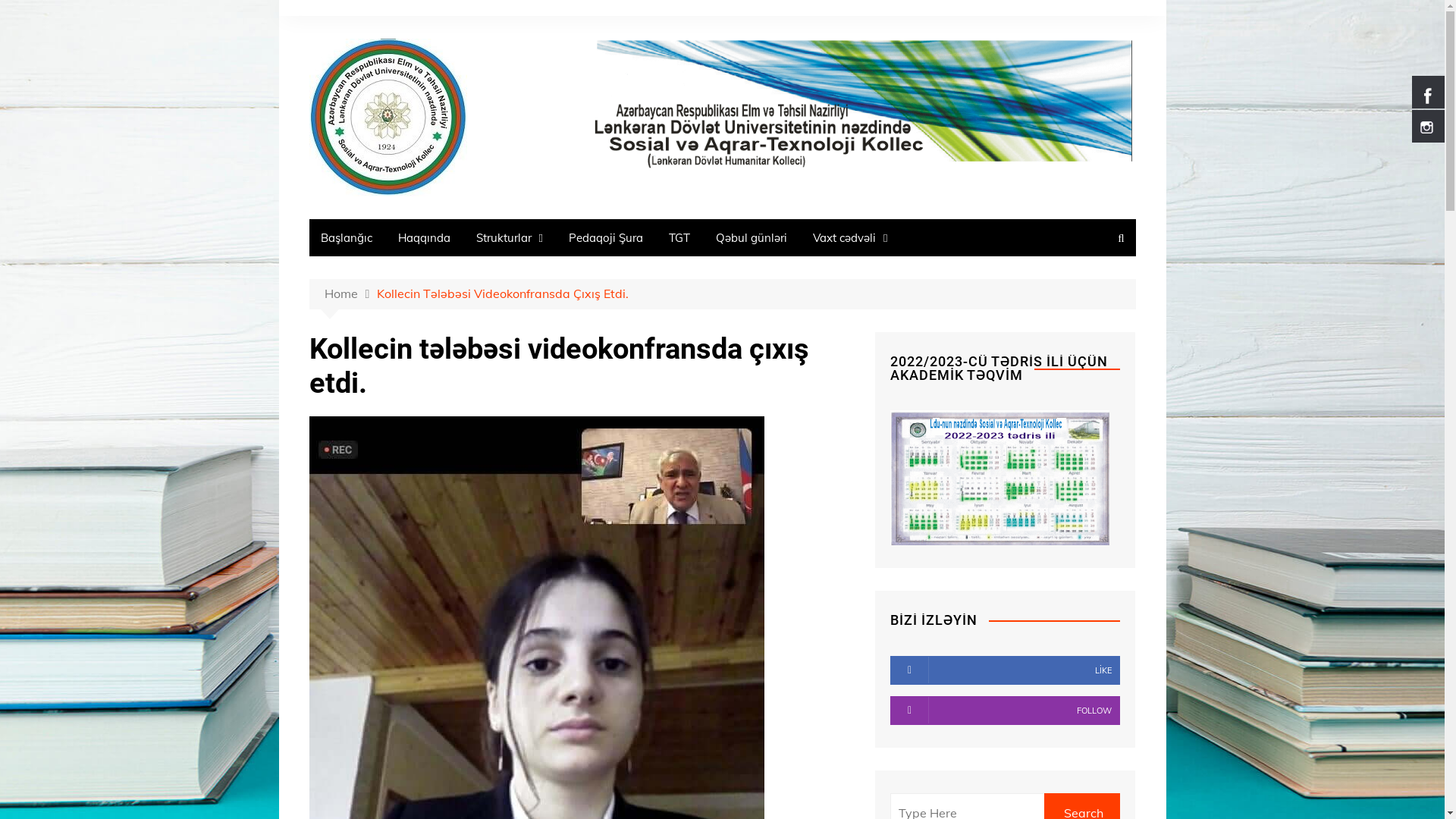 The image size is (1456, 819). Describe the element at coordinates (1005, 711) in the screenshot. I see `'FOLLOW'` at that location.